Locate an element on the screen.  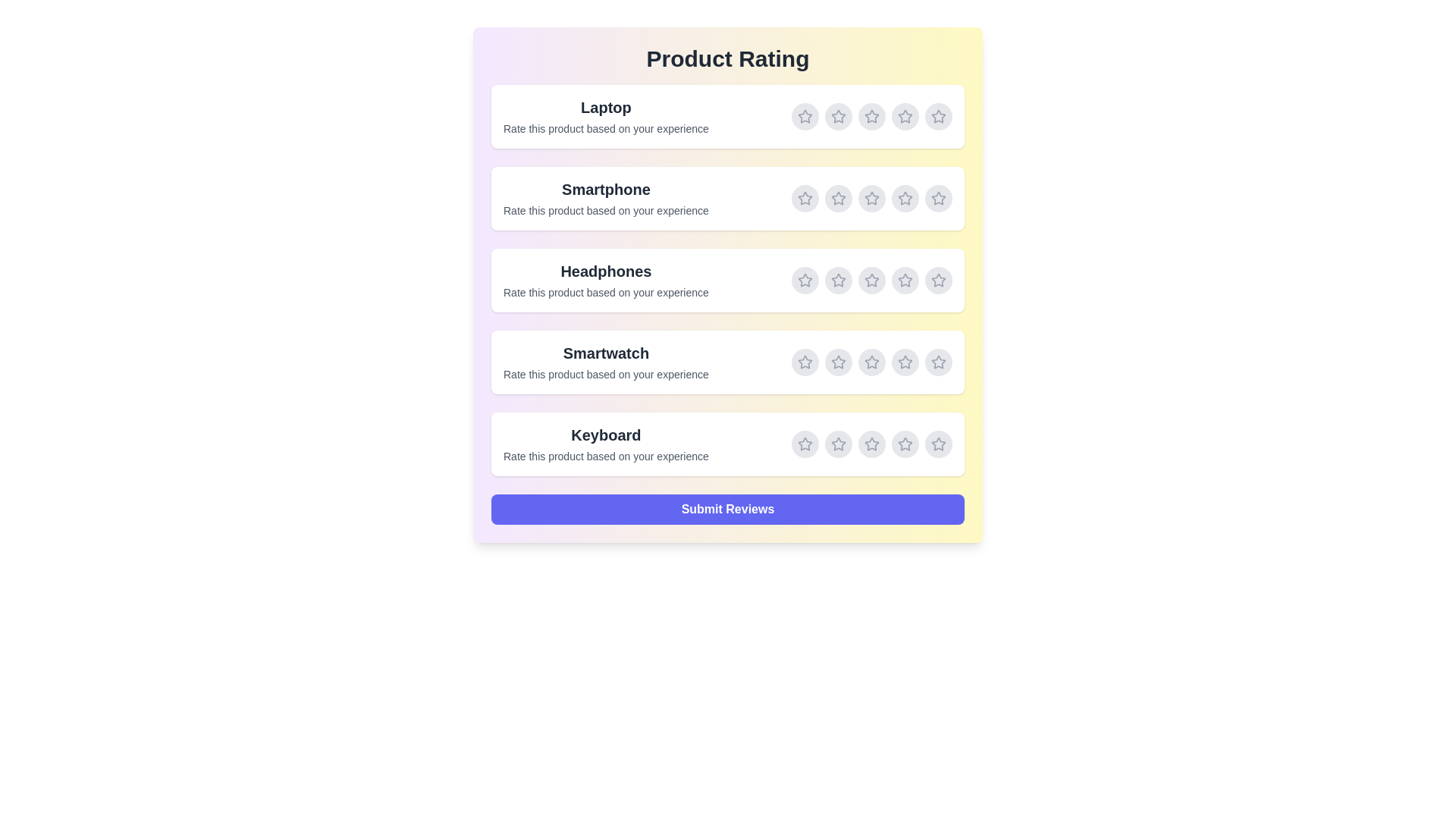
'Submit Reviews' button is located at coordinates (728, 509).